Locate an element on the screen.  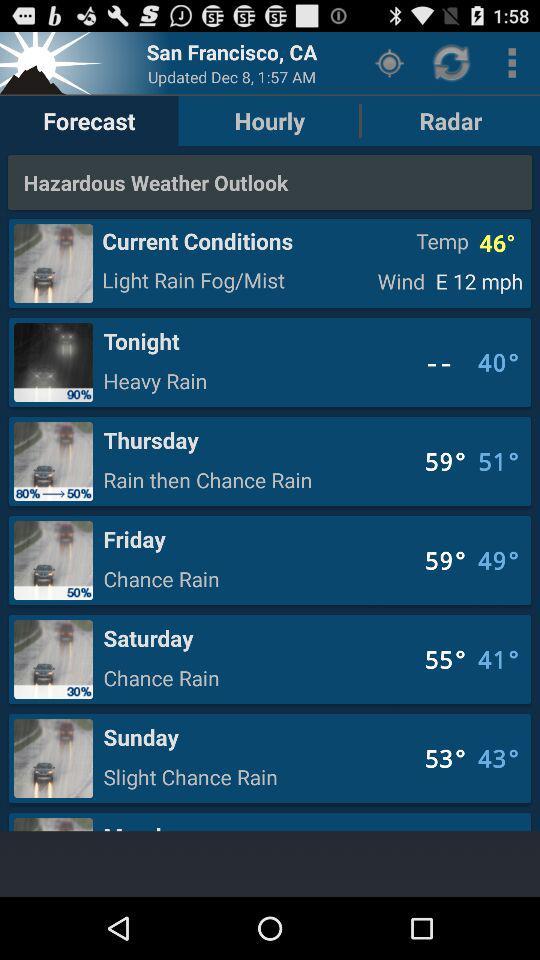
get weather information is located at coordinates (53, 62).